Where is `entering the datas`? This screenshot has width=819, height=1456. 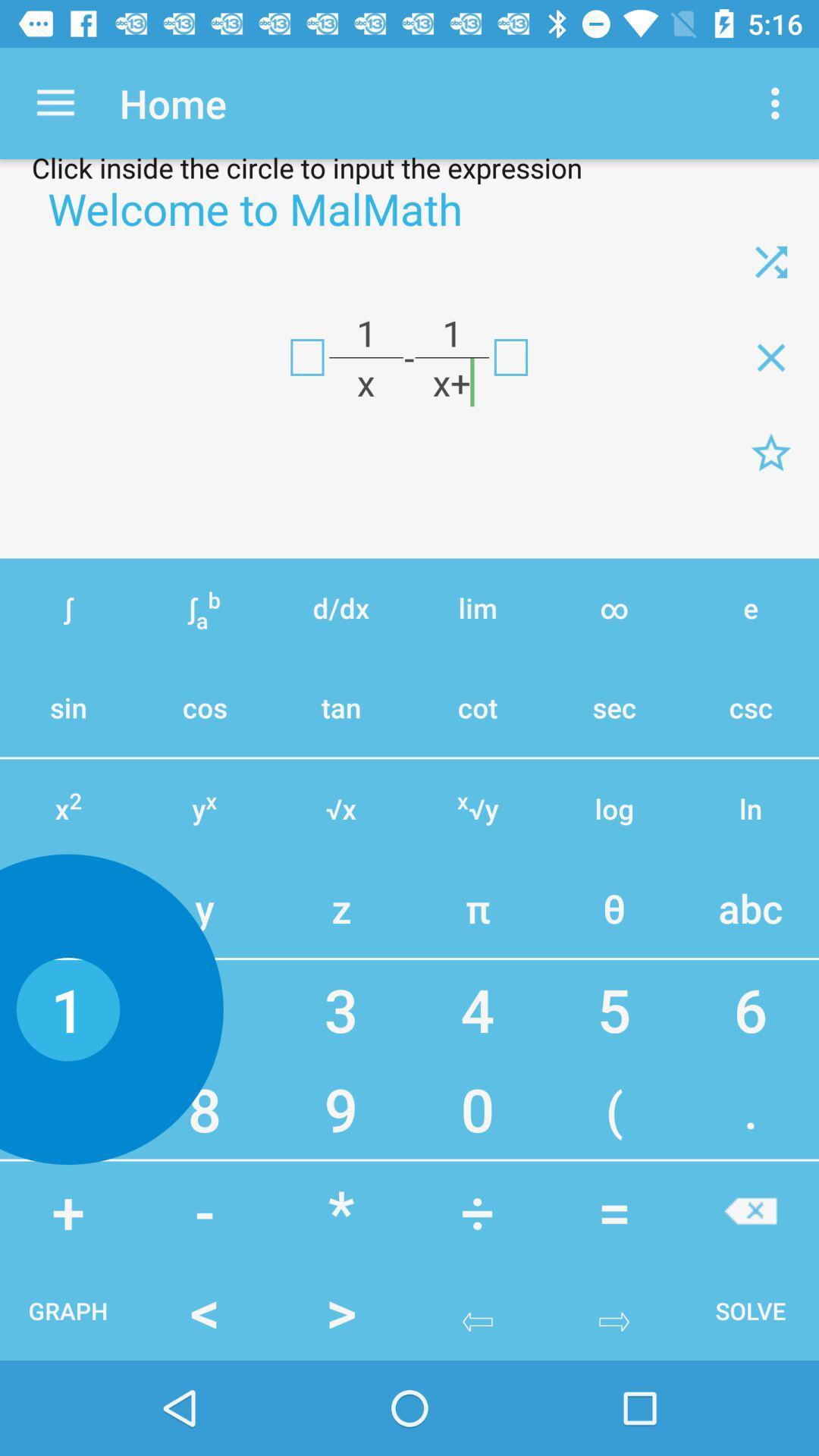
entering the datas is located at coordinates (307, 356).